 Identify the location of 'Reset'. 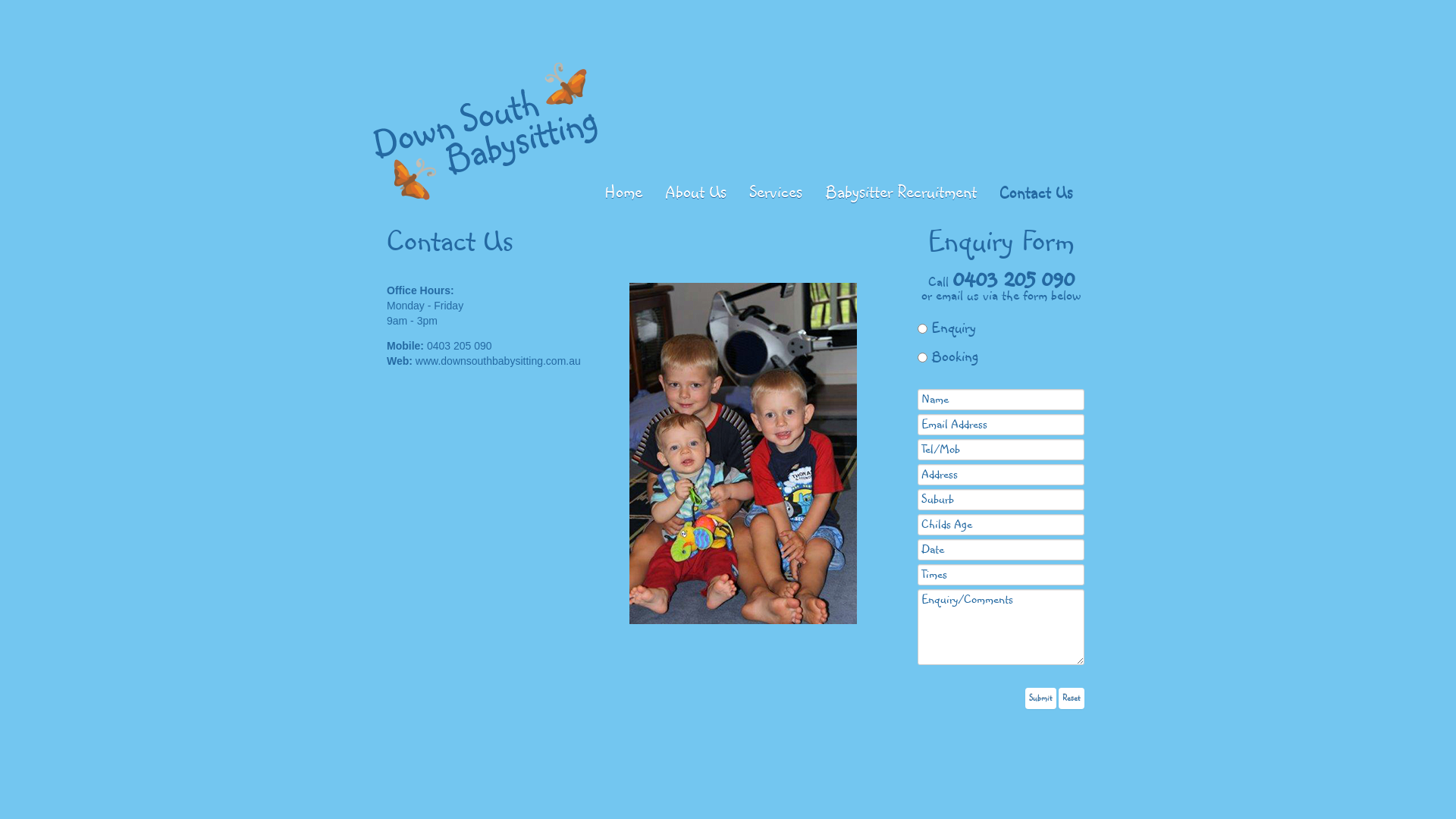
(1070, 698).